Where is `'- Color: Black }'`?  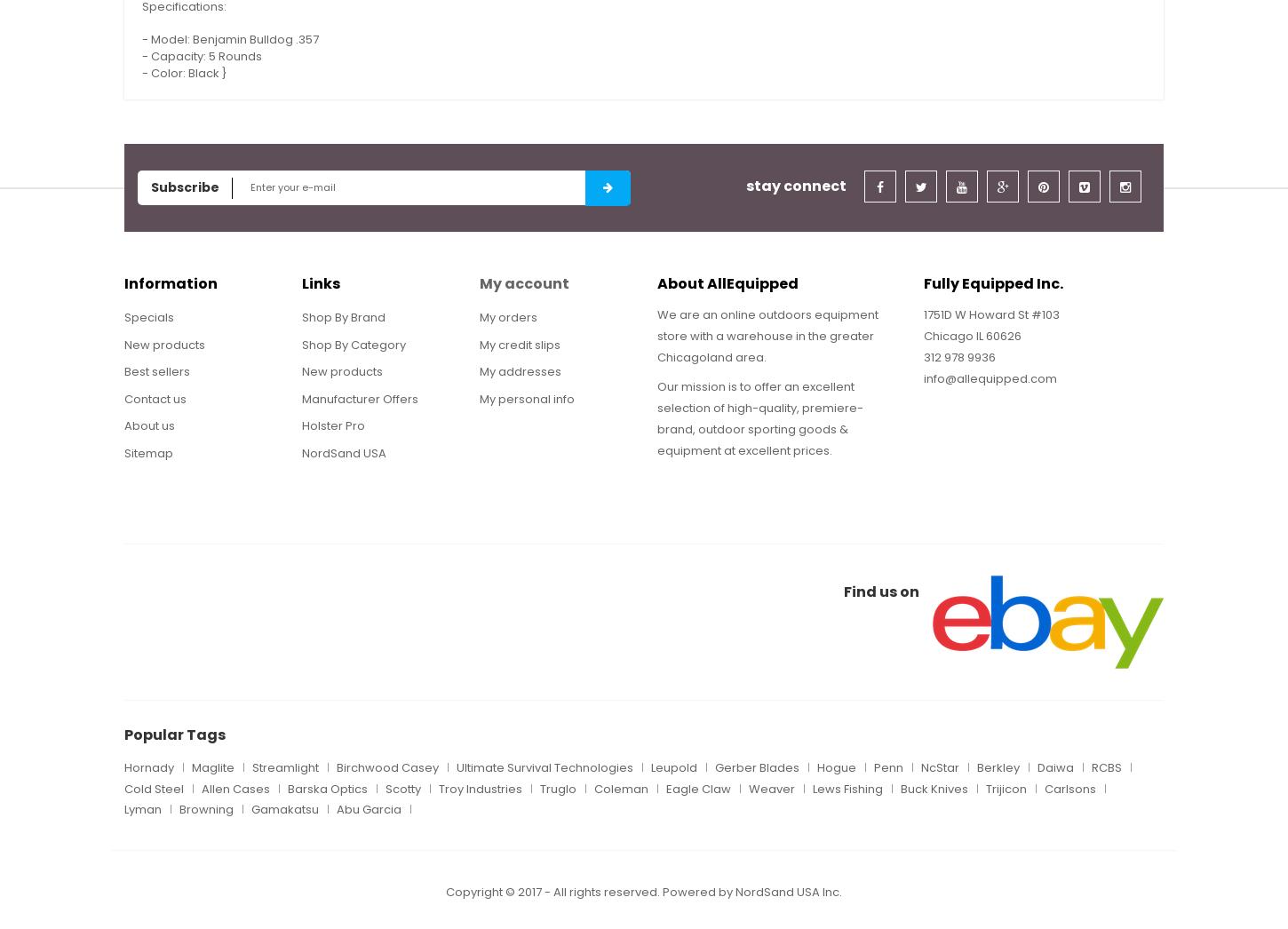 '- Color: Black }' is located at coordinates (140, 72).